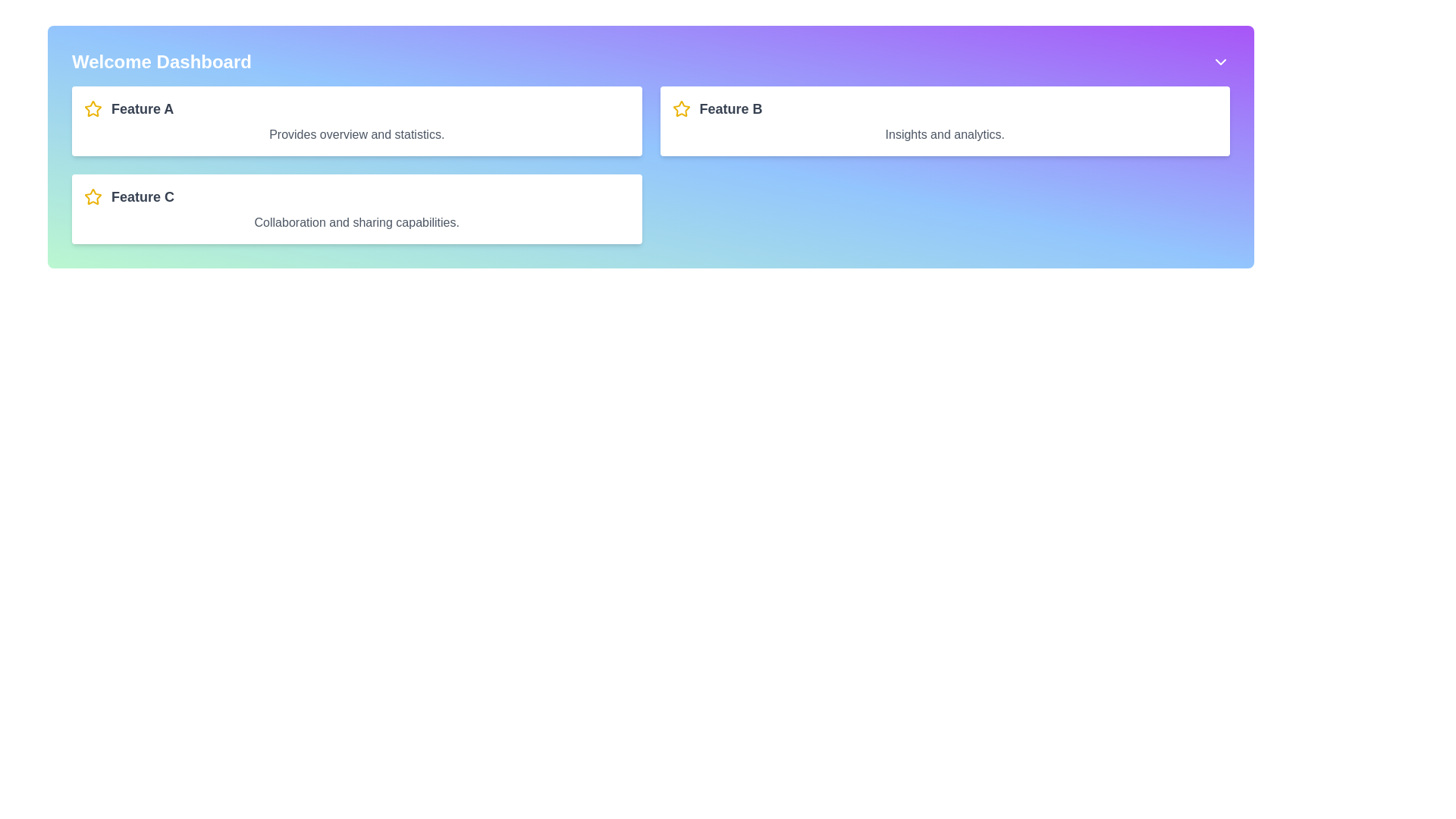  I want to click on the star-shaped yellow icon outlined in black, which represents a rating or highlight symbol, positioned to the left of the 'Feature B' text, so click(680, 108).